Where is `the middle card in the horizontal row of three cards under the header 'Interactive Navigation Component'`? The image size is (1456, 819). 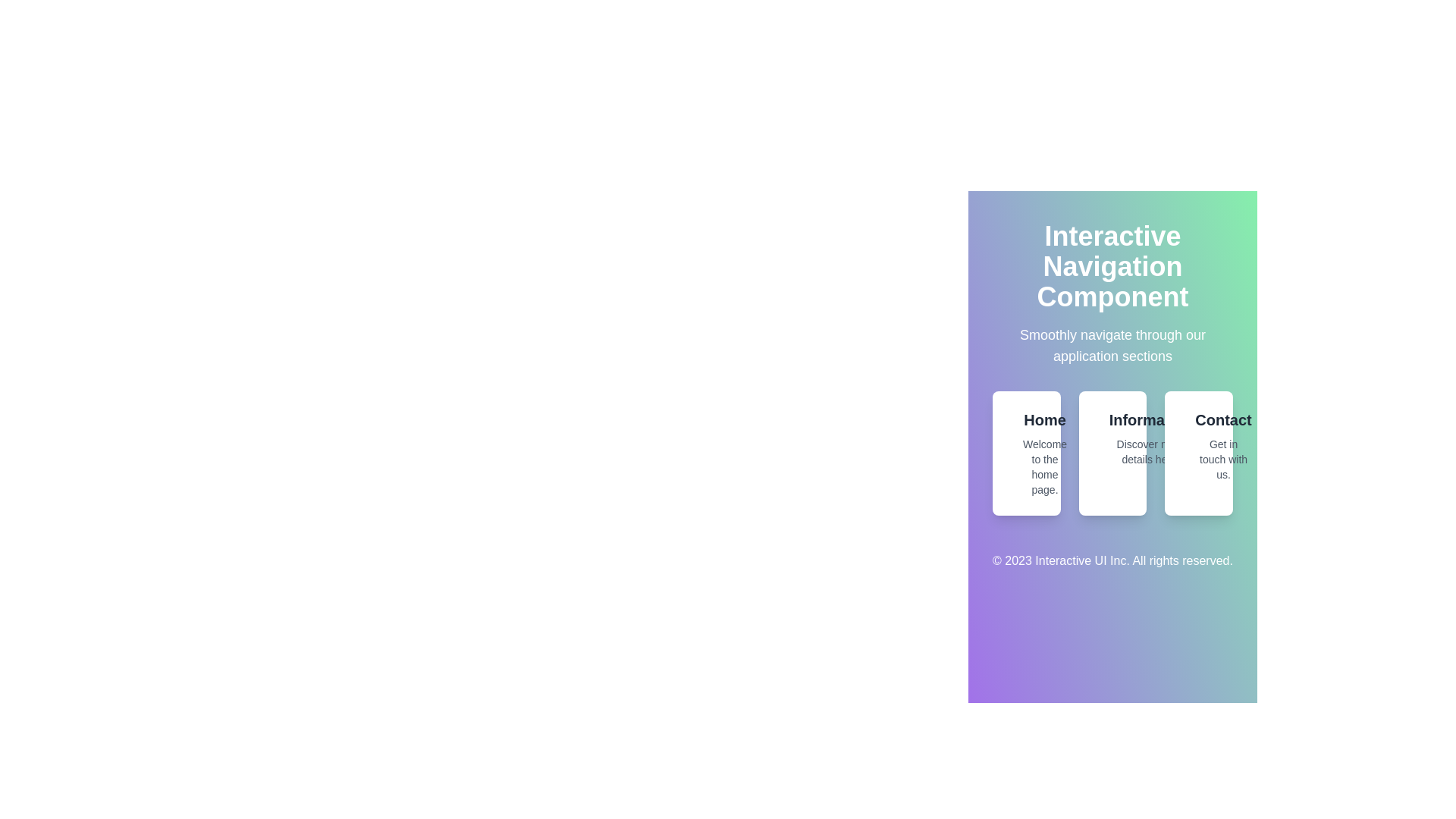 the middle card in the horizontal row of three cards under the header 'Interactive Navigation Component' is located at coordinates (1112, 452).